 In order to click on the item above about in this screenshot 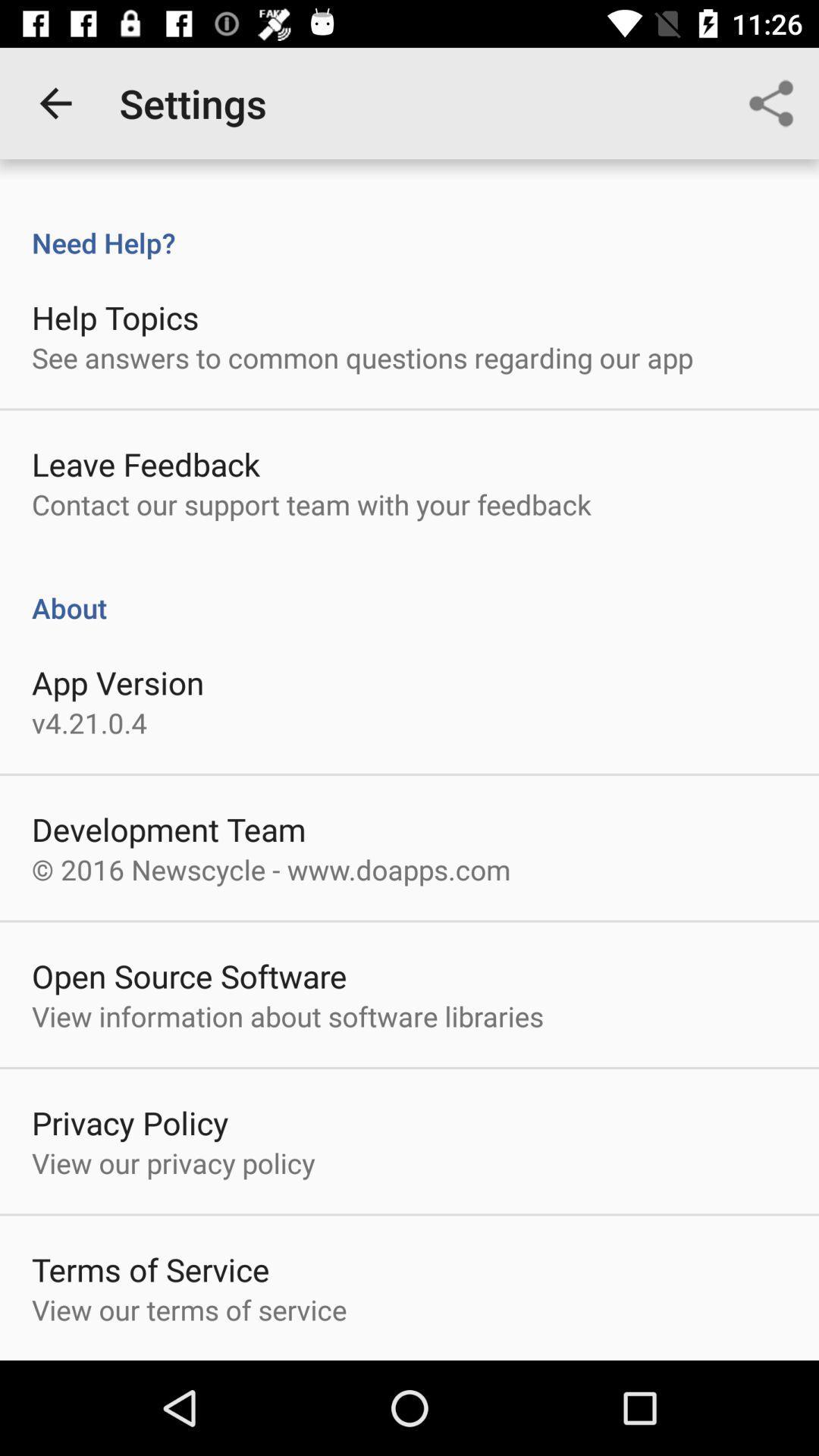, I will do `click(311, 504)`.